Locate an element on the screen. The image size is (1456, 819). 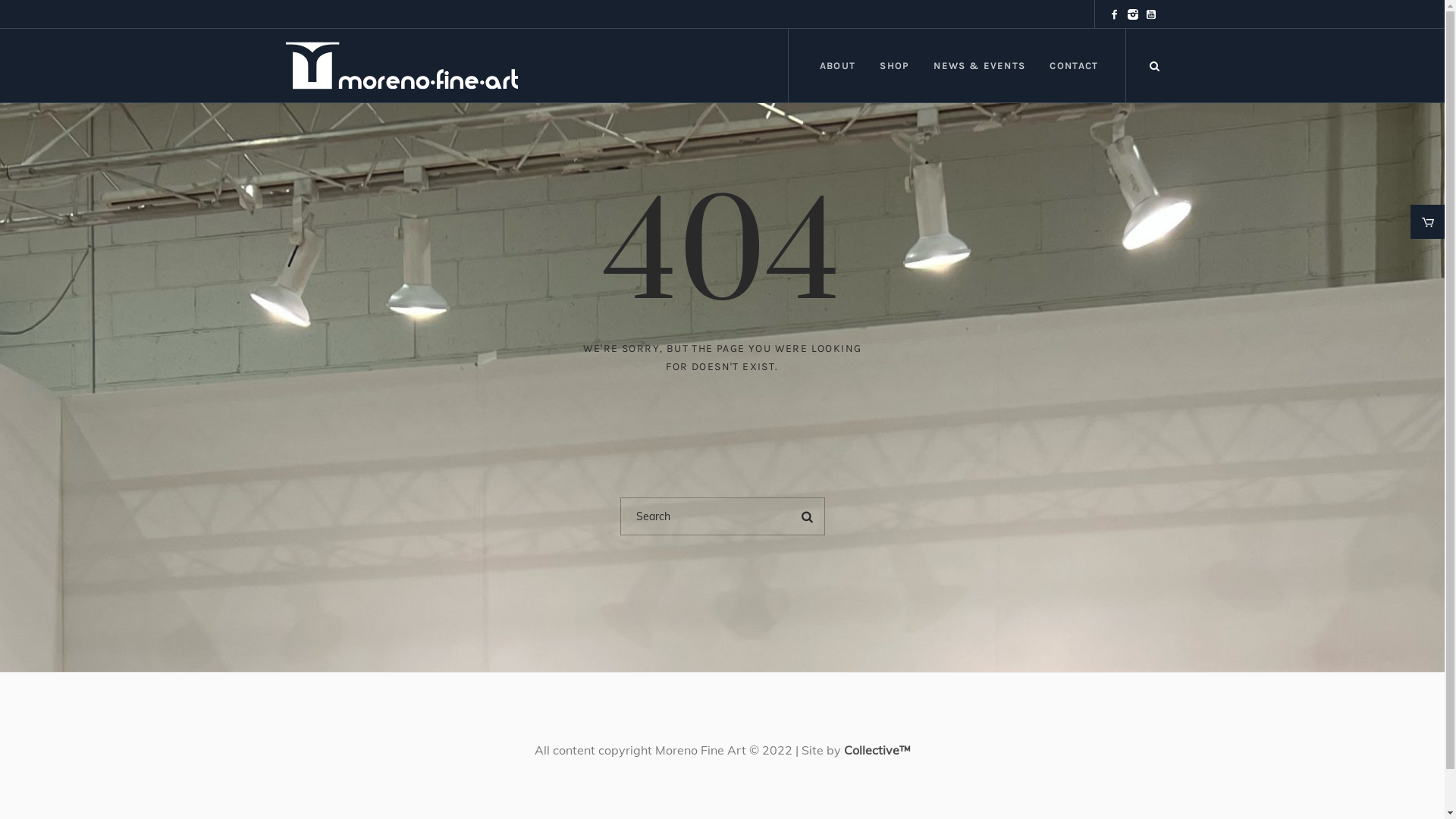
'Facebook' is located at coordinates (1113, 14).